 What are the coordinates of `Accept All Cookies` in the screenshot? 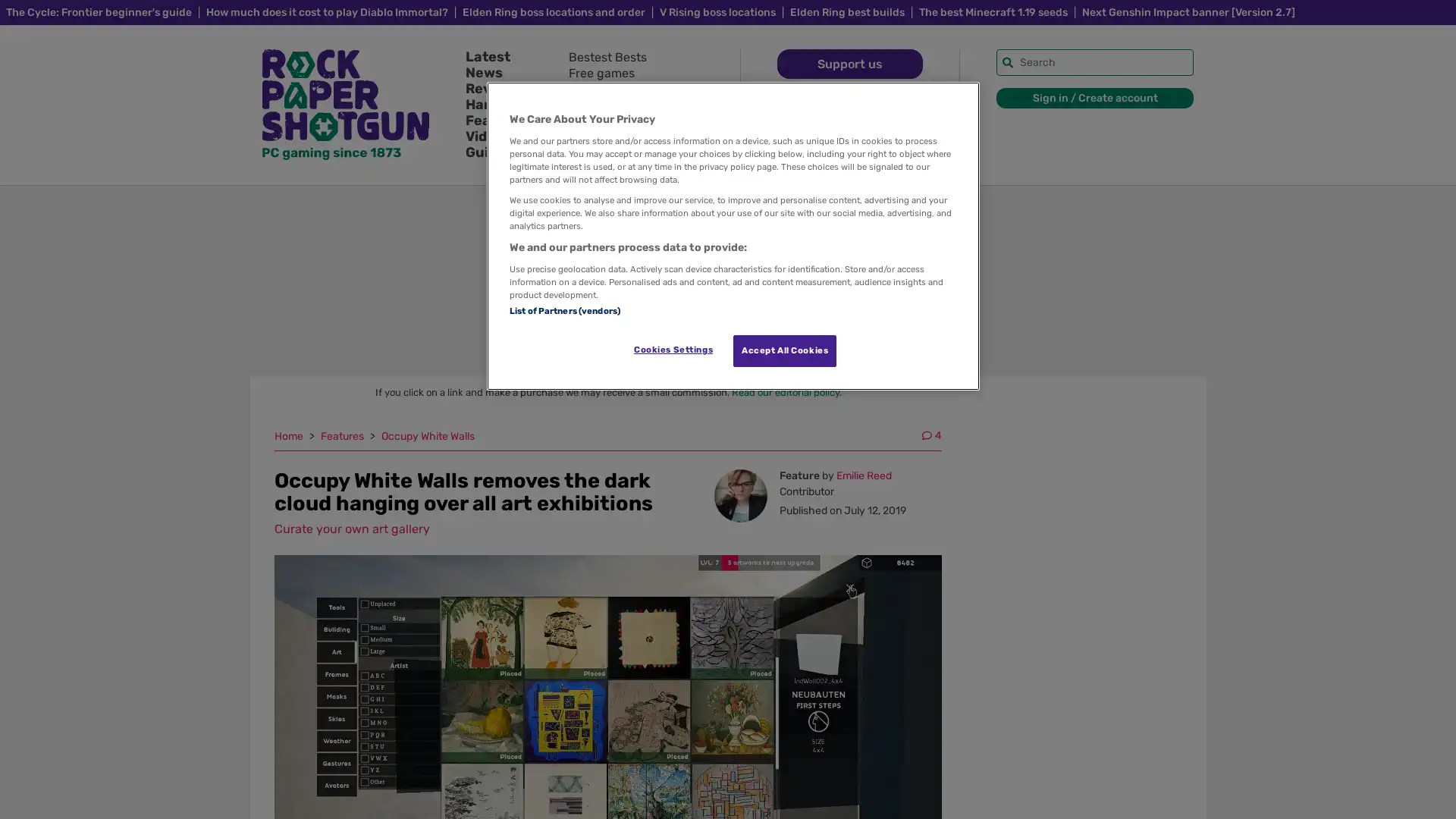 It's located at (785, 350).